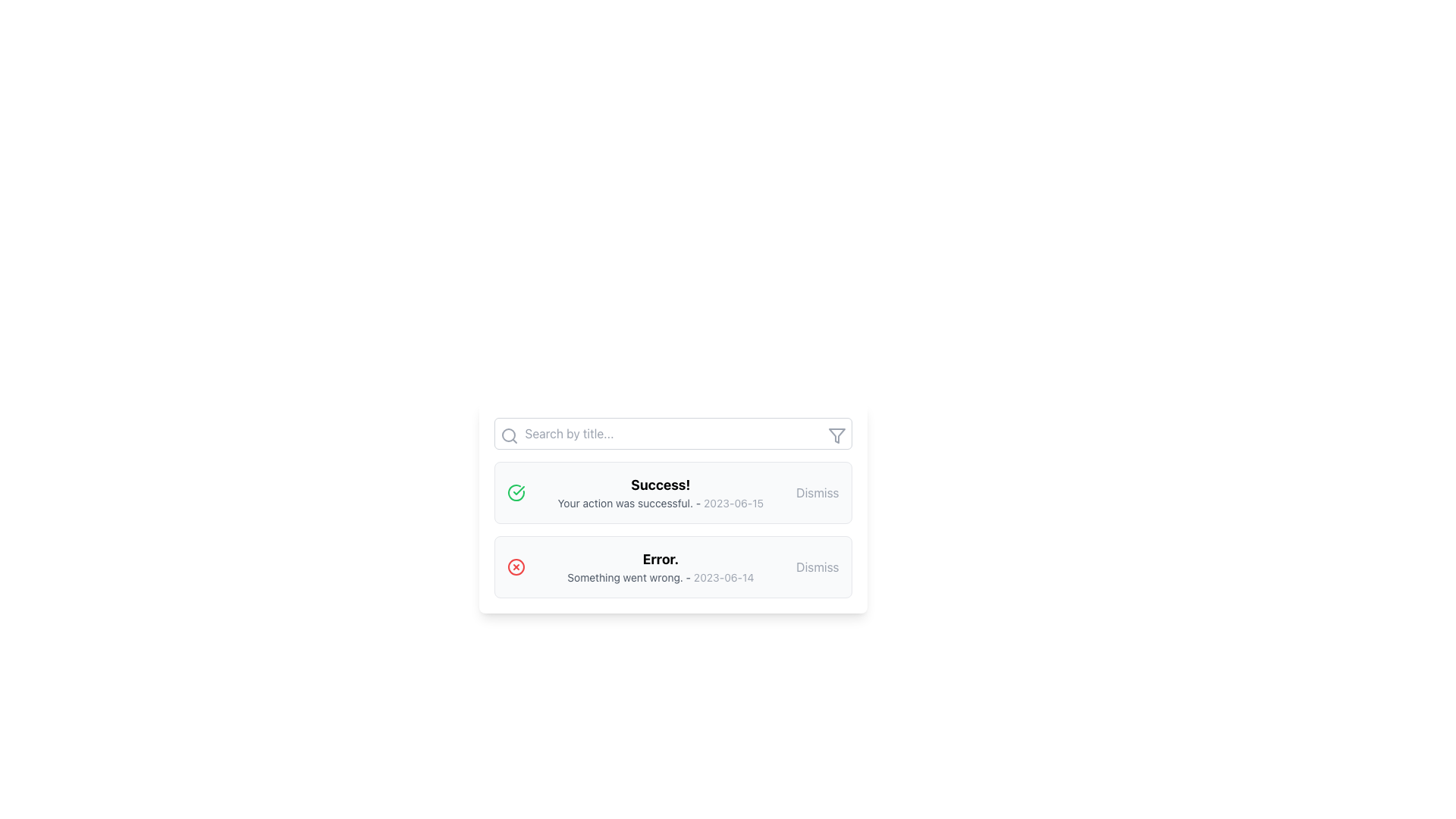 The height and width of the screenshot is (819, 1456). Describe the element at coordinates (836, 435) in the screenshot. I see `the triangular filter icon, which has a thin border and is positioned at the top-right corner of the search bar, next to the search input field` at that location.